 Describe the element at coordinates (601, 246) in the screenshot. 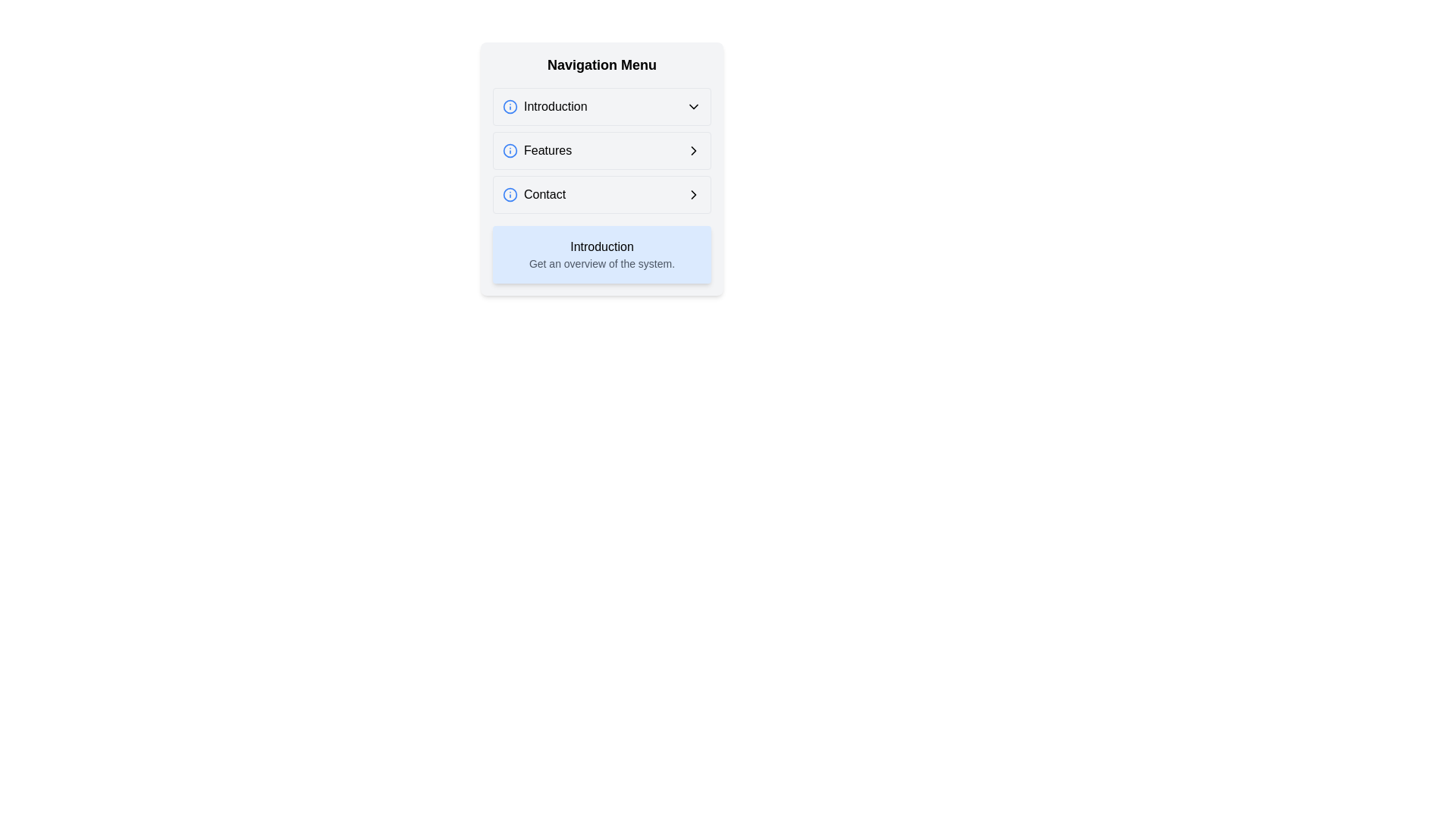

I see `text from the header label indicating the introduction of a topic or system located within the 'Navigation Menu' area, positioned above the section that reads 'Get an overview of the system.'` at that location.